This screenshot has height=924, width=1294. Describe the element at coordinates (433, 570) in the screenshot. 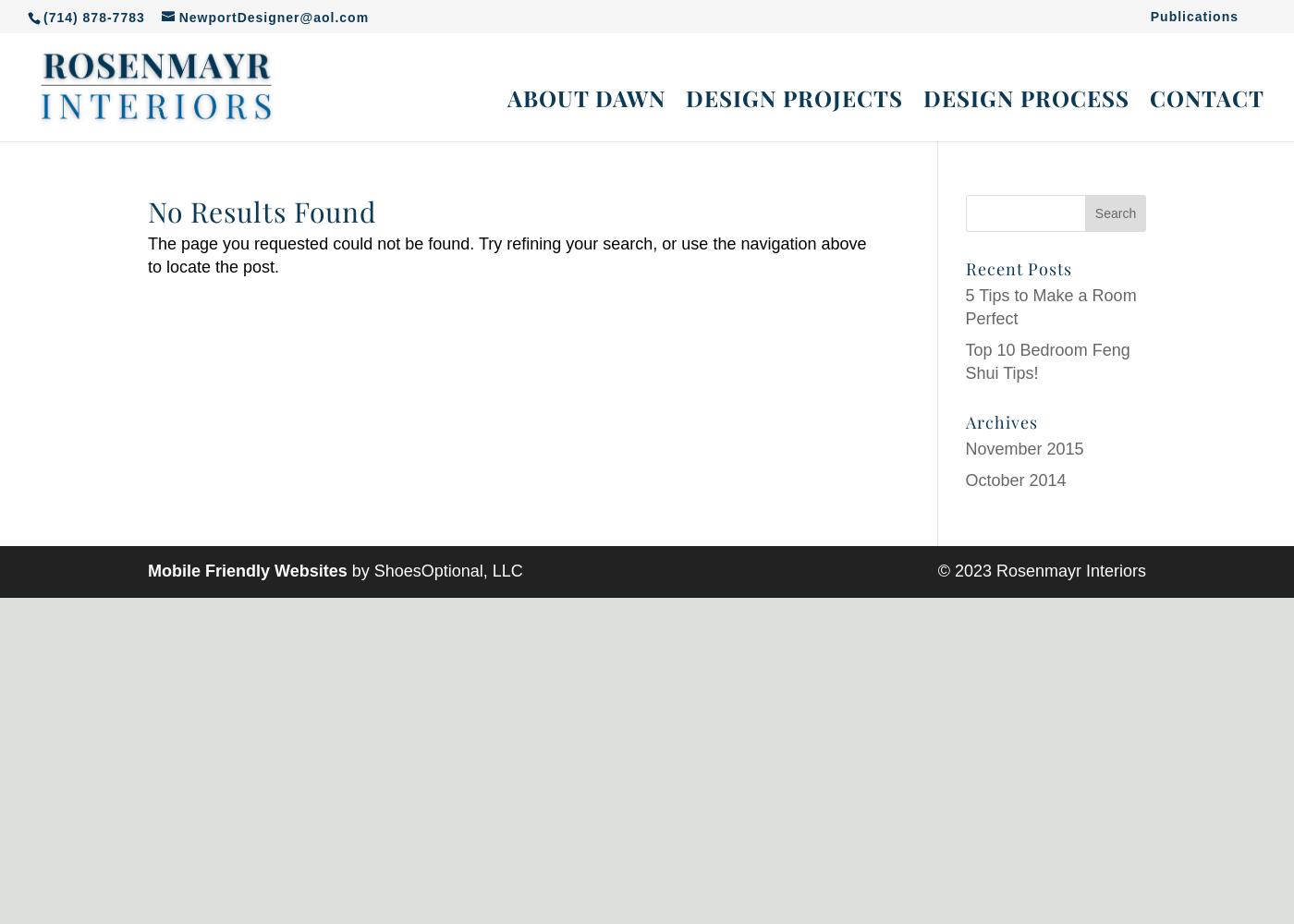

I see `'by ShoesOptional, LLC'` at that location.